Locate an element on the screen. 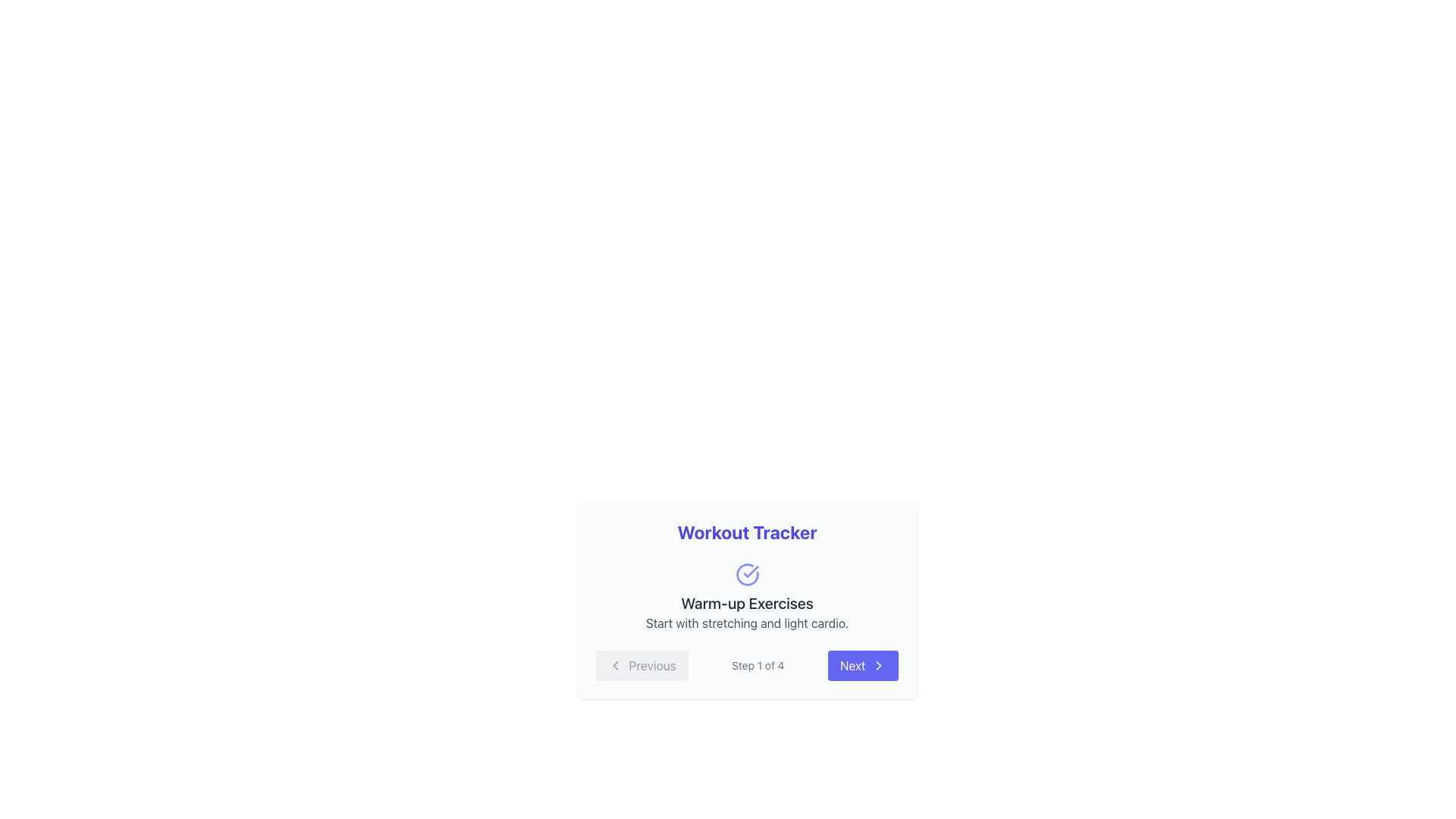  the navigation button located at the bottom right of the interface, following the 'Step 1 of 4' text and to the left of the 'Previous' button is located at coordinates (863, 665).